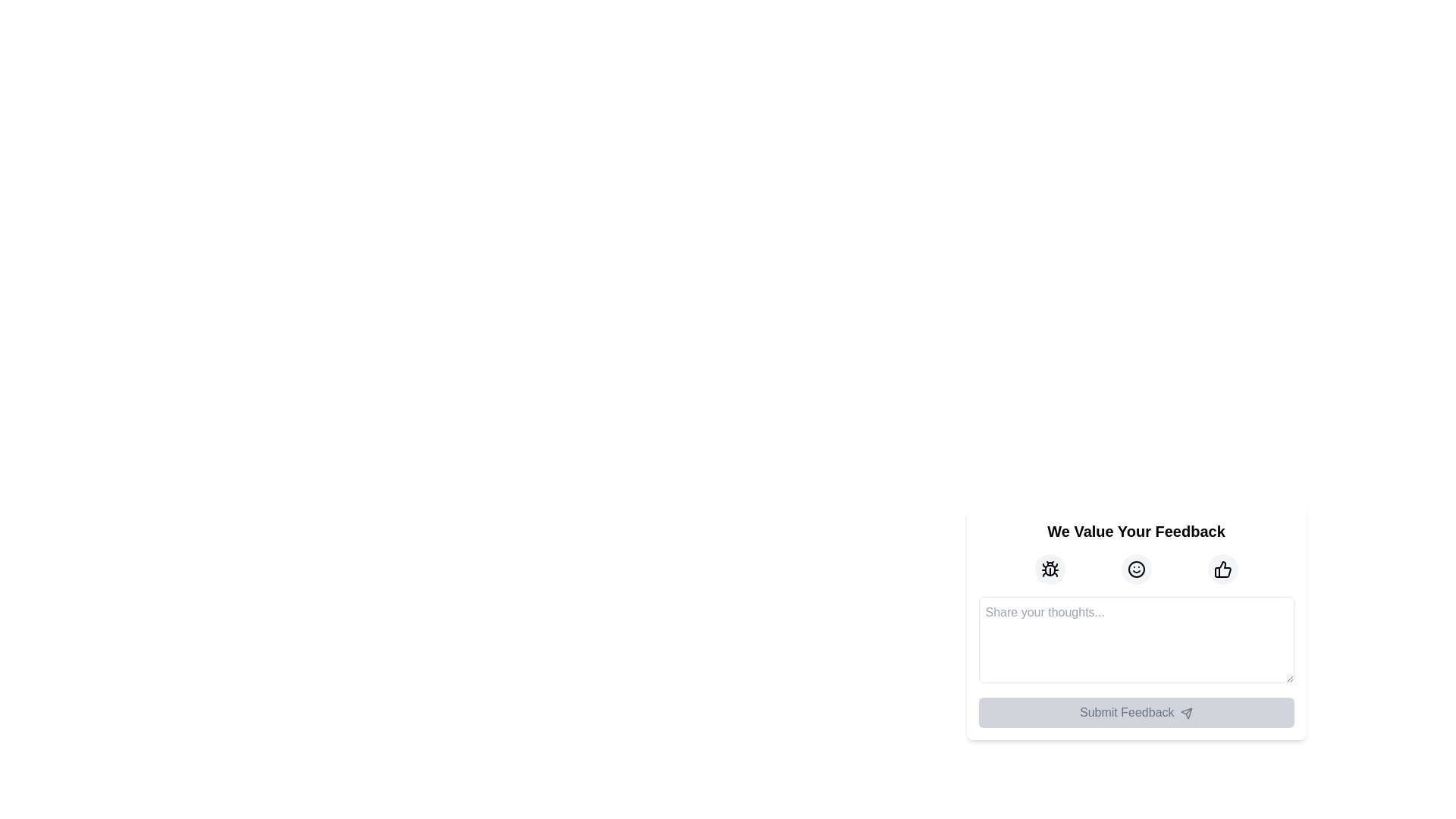 This screenshot has height=819, width=1456. What do you see at coordinates (1049, 570) in the screenshot?
I see `the 'Report' or 'Bug Reporting' icon located on the leftmost side of a trio of icons above the 'Share your thoughts' text field` at bounding box center [1049, 570].